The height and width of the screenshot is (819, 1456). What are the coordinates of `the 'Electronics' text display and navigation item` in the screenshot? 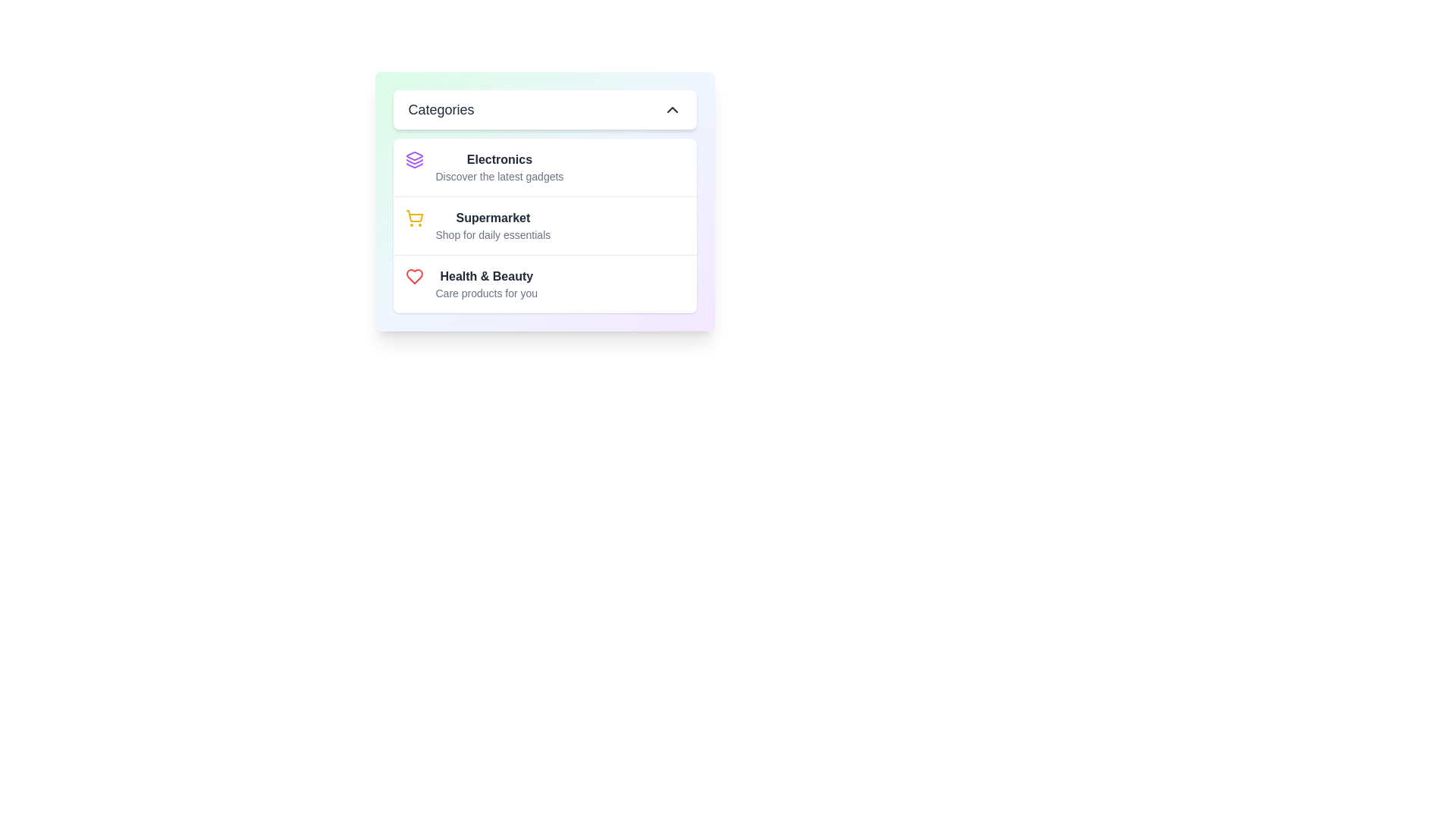 It's located at (499, 167).